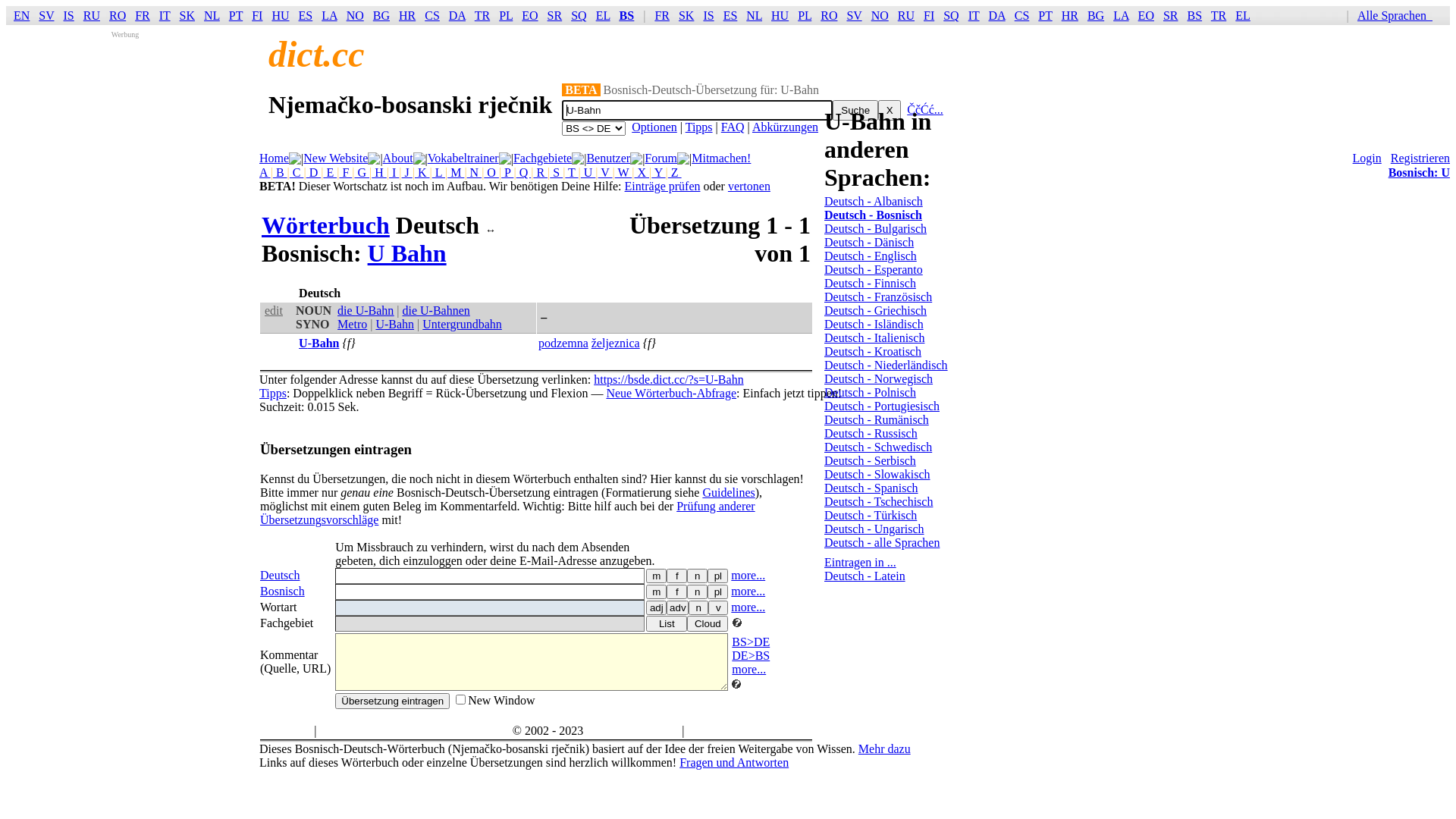 The width and height of the screenshot is (1456, 819). Describe the element at coordinates (874, 200) in the screenshot. I see `'Deutsch - Albanisch'` at that location.